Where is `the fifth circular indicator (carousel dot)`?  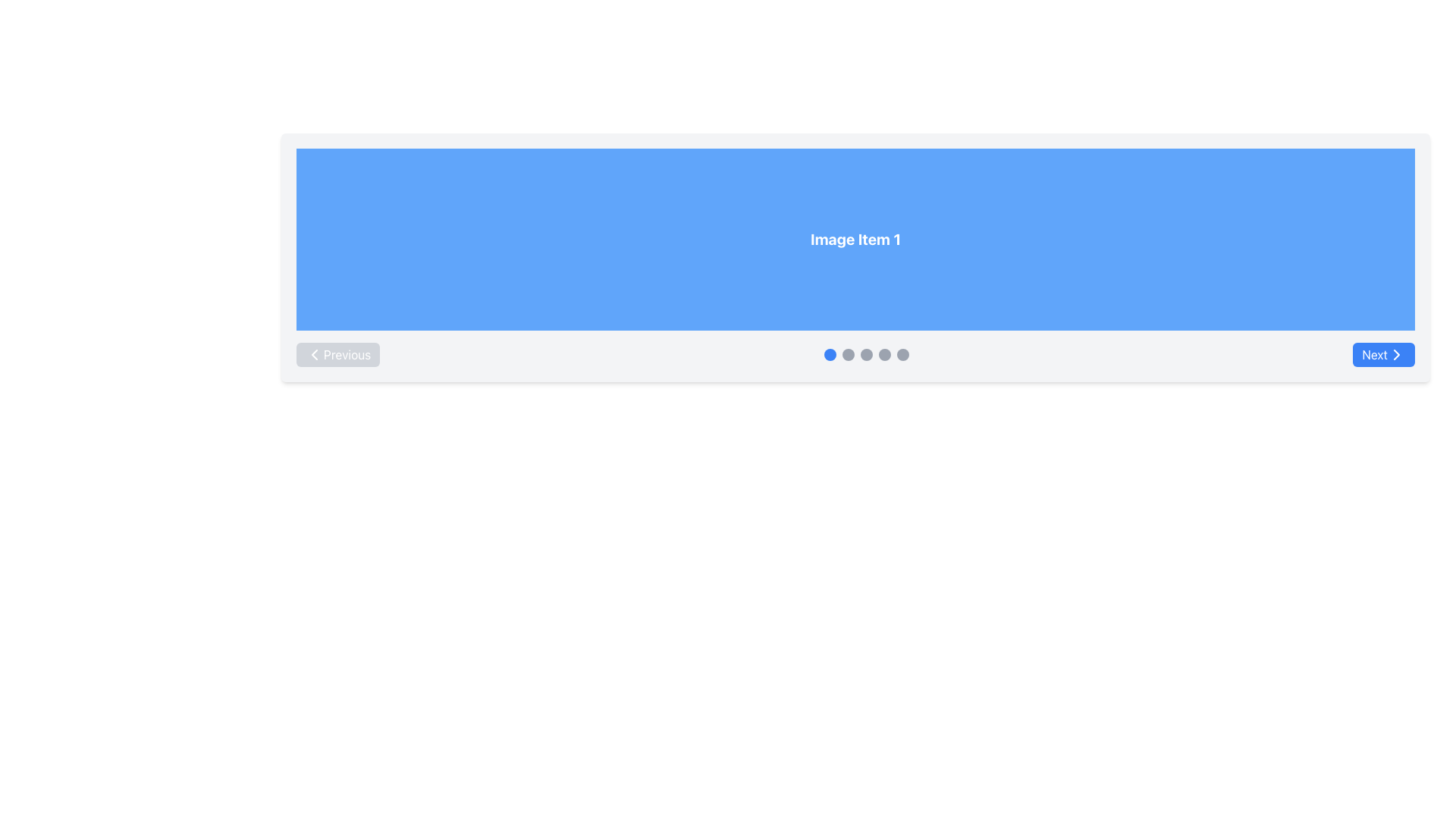
the fifth circular indicator (carousel dot) is located at coordinates (902, 354).